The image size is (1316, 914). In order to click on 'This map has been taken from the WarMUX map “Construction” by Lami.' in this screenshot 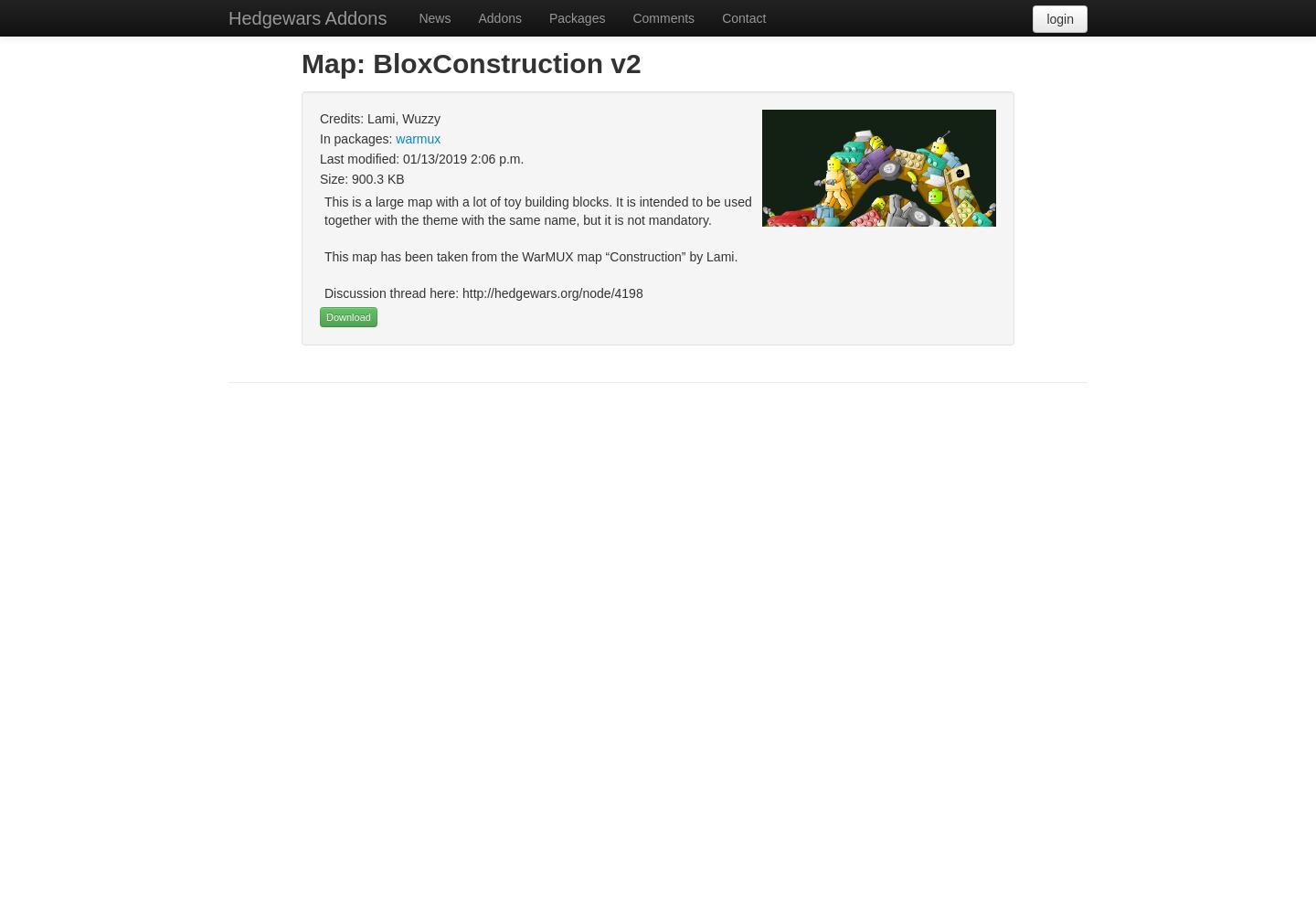, I will do `click(531, 257)`.